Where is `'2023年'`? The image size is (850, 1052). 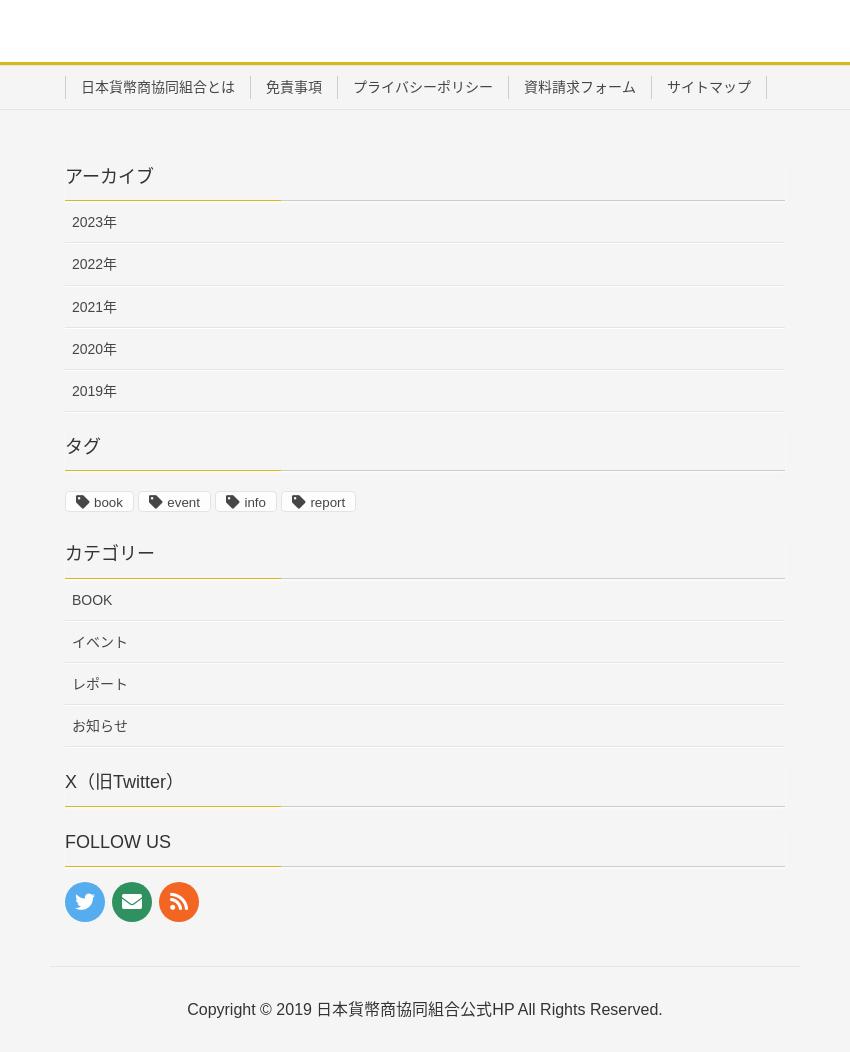
'2023年' is located at coordinates (93, 220).